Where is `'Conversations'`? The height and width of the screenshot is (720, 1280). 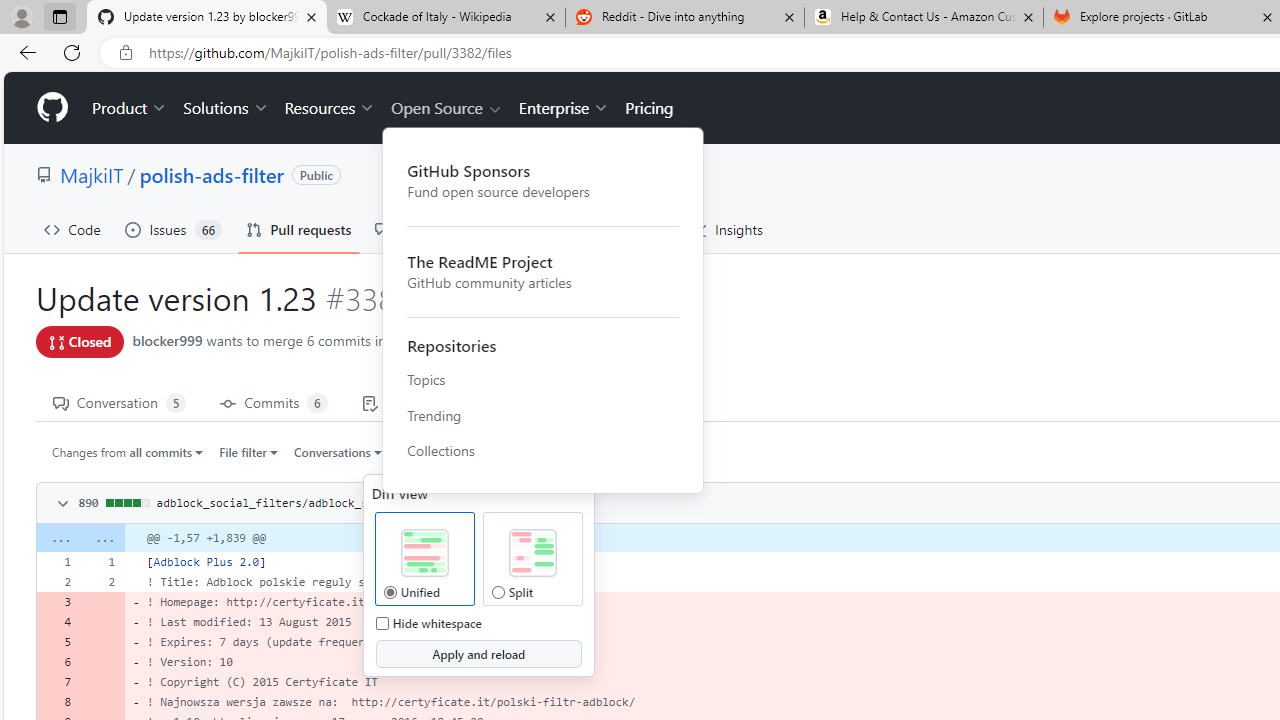
'Conversations' is located at coordinates (338, 451).